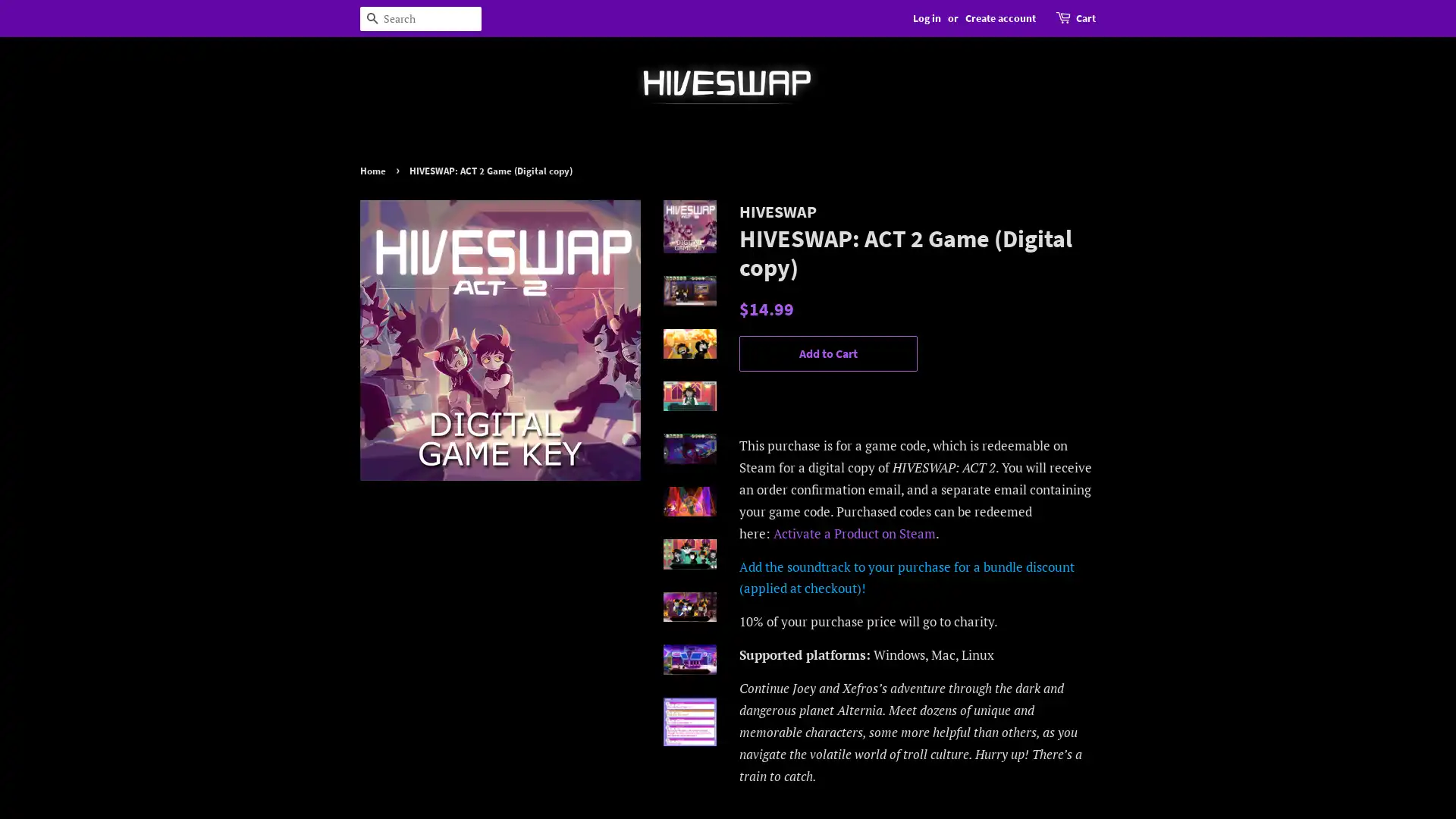  Describe the element at coordinates (827, 353) in the screenshot. I see `Add to Cart` at that location.